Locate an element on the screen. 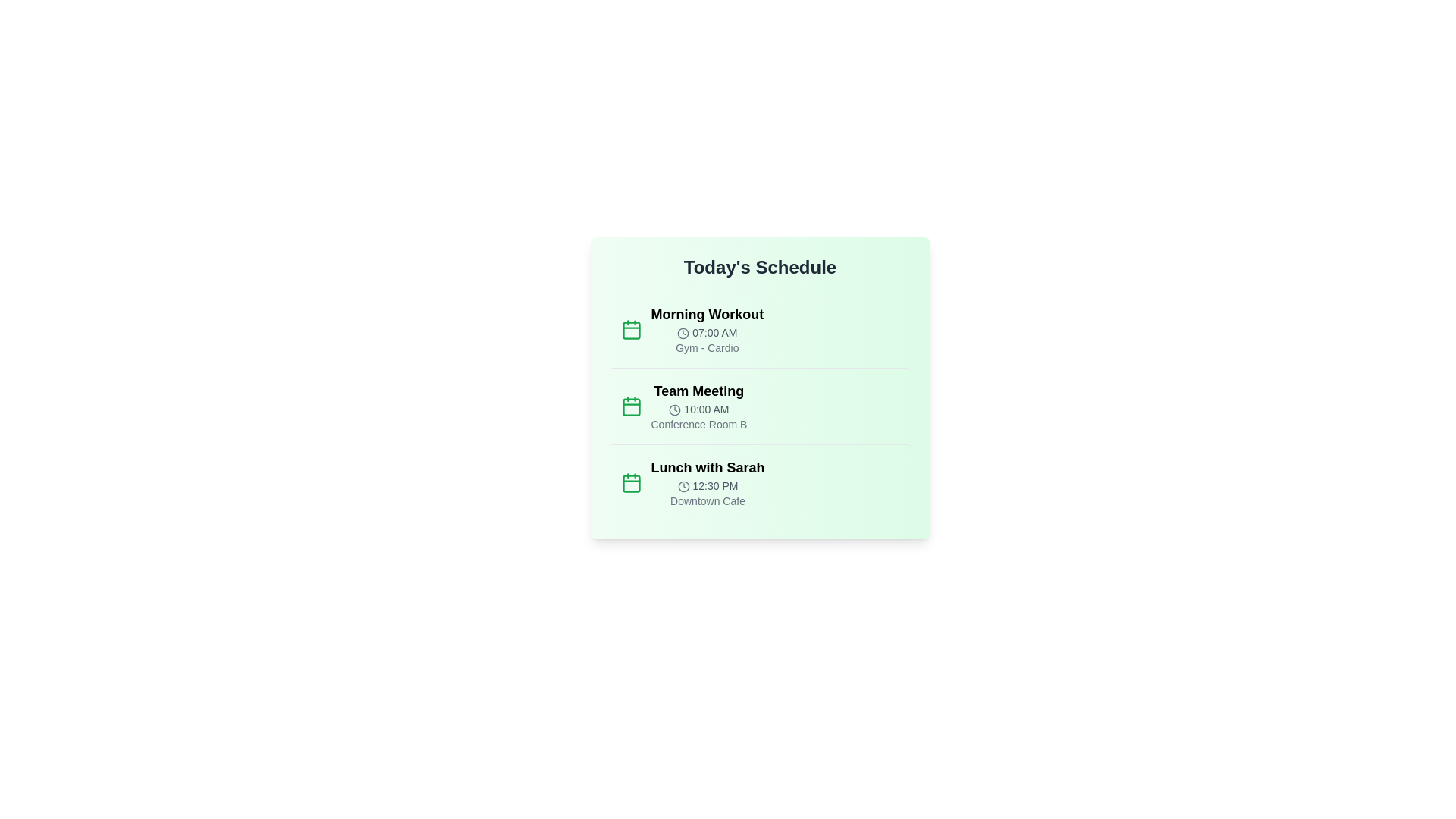 The width and height of the screenshot is (1456, 819). the event item for Lunch with Sarah is located at coordinates (760, 482).